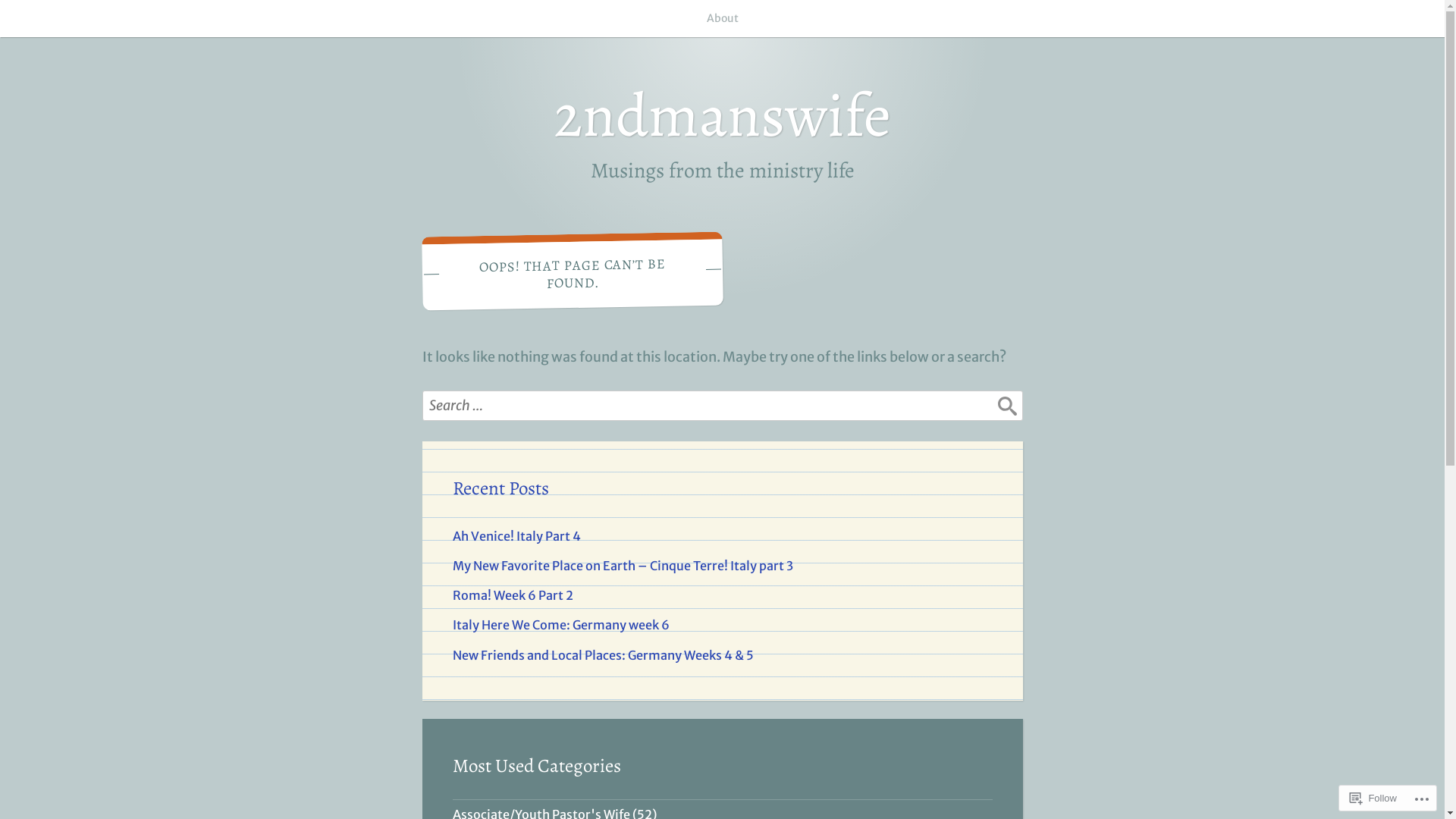  Describe the element at coordinates (450, 625) in the screenshot. I see `'Italy Here We Come: Germany week 6'` at that location.